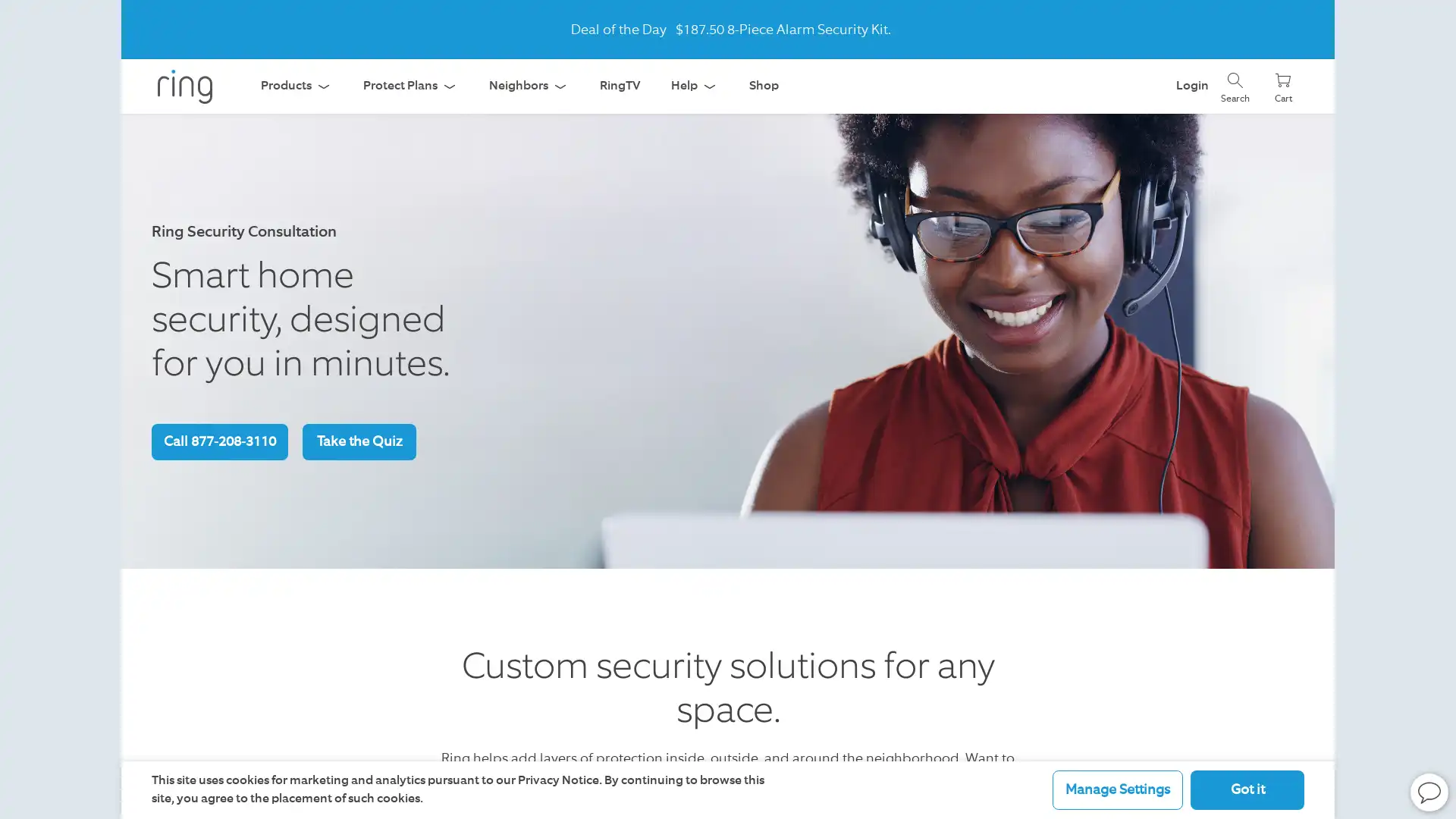  I want to click on Call 877-208-3110, so click(218, 441).